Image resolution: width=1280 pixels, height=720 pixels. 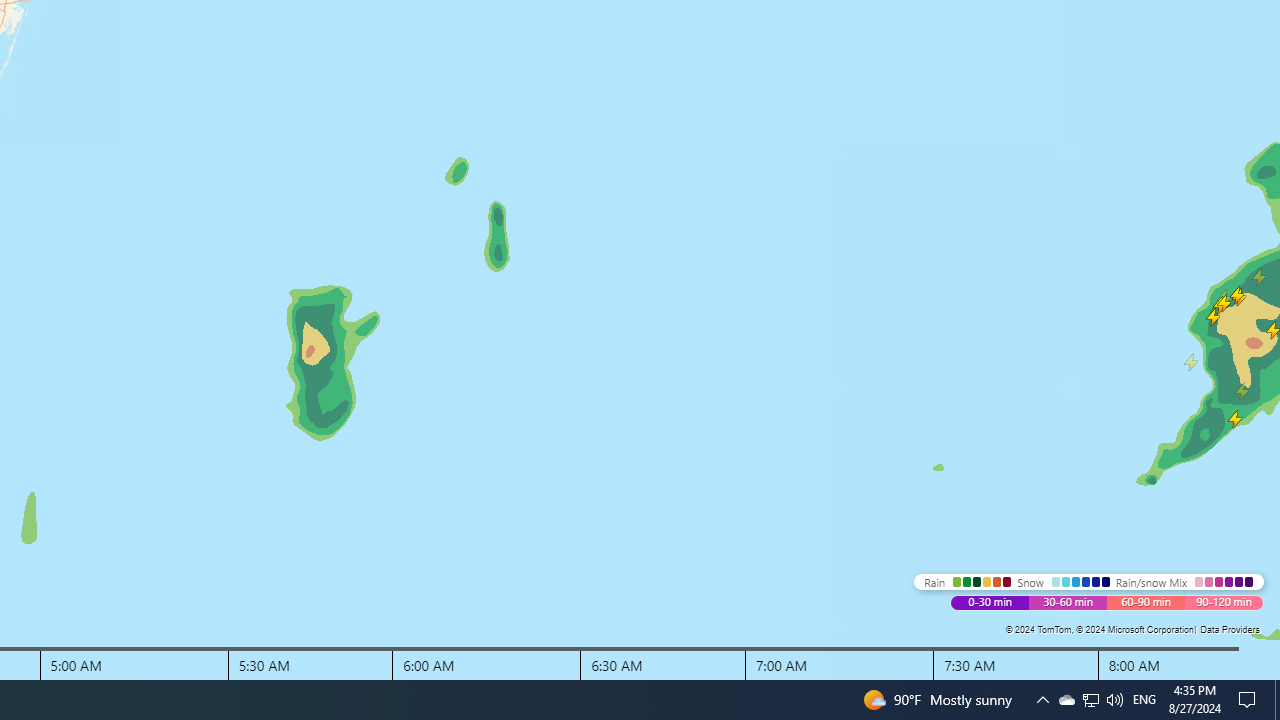 I want to click on 'Tray Input Indicator - English (United States)', so click(x=1144, y=698).